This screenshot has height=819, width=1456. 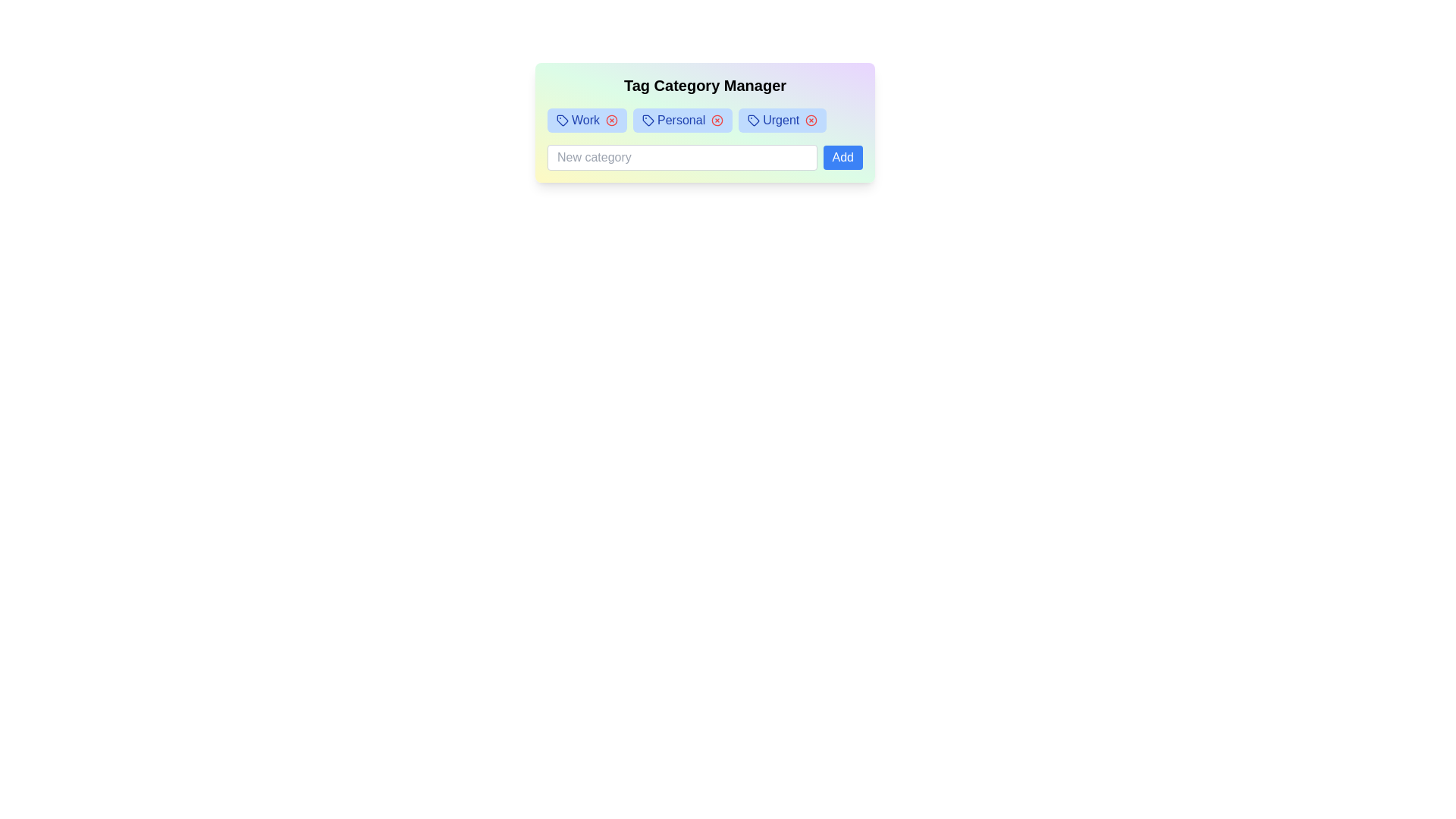 I want to click on the button to the immediate right of the 'New category' input field, so click(x=842, y=158).